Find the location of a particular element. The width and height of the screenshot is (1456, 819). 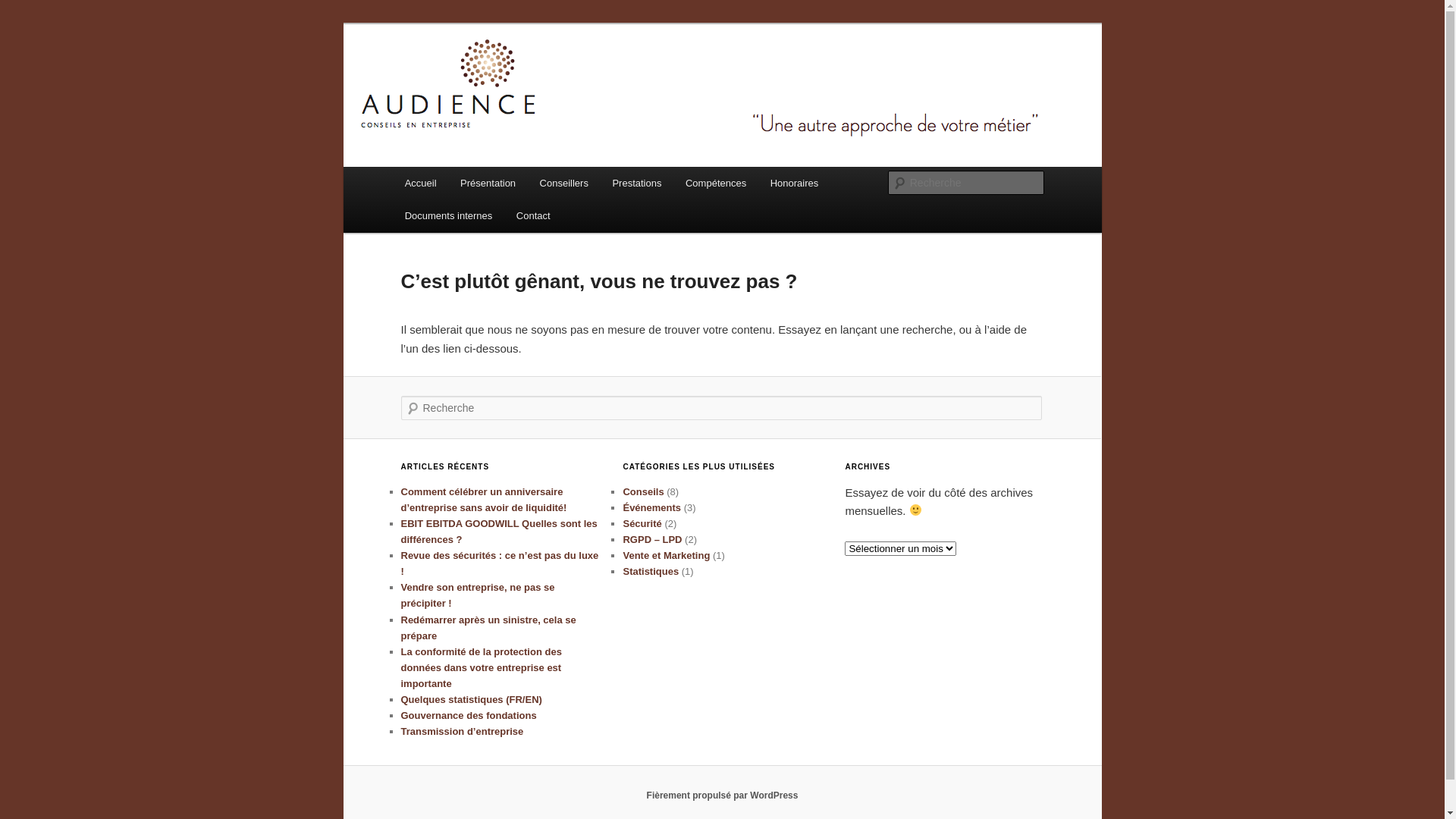

'Gouvernance des fondations' is located at coordinates (467, 715).